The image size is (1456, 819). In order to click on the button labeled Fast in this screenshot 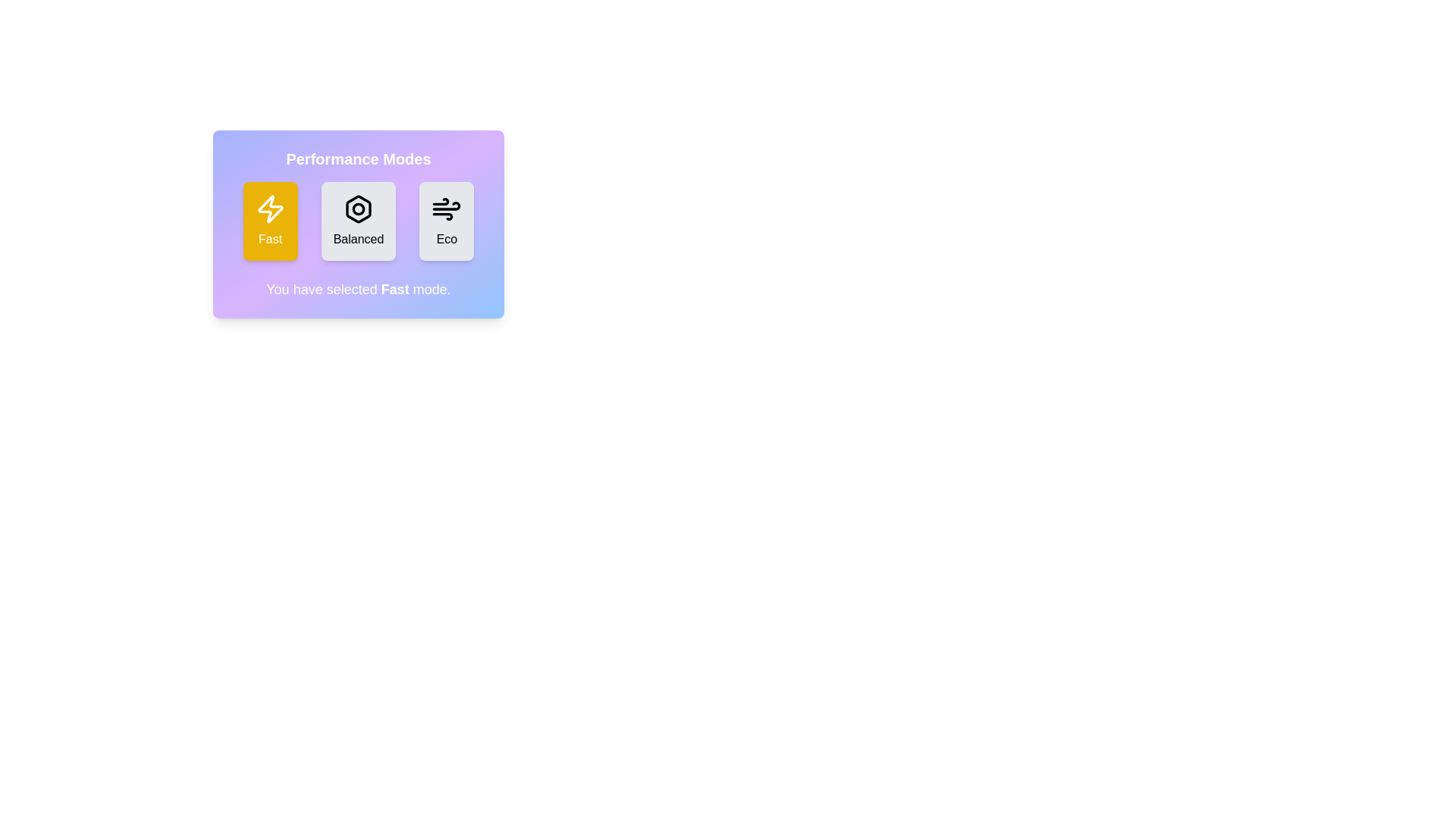, I will do `click(270, 221)`.